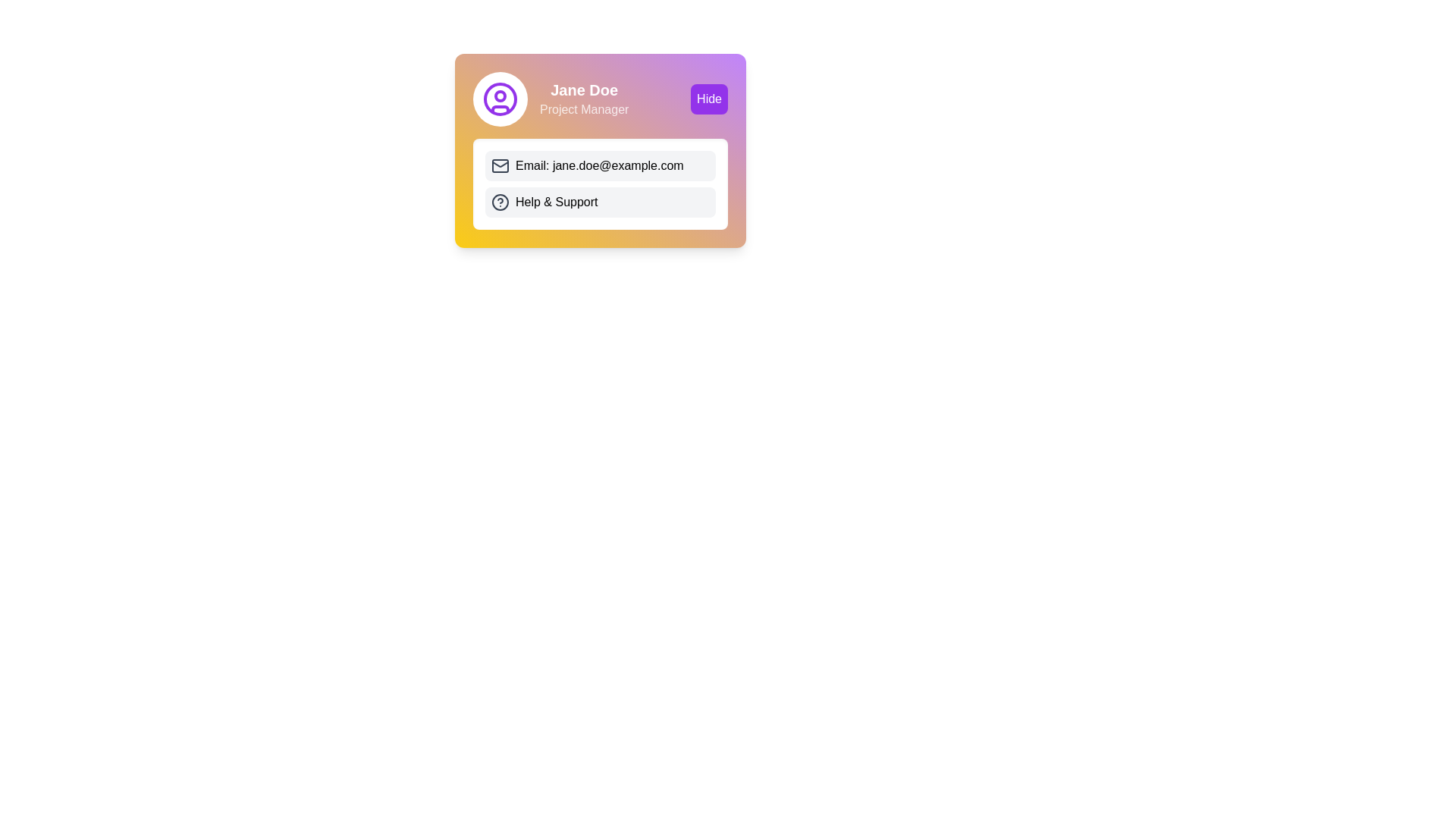  I want to click on the 'Hide' button with a purple background and white text located in the top-right corner of the profile information for Jane Doe, so click(708, 99).